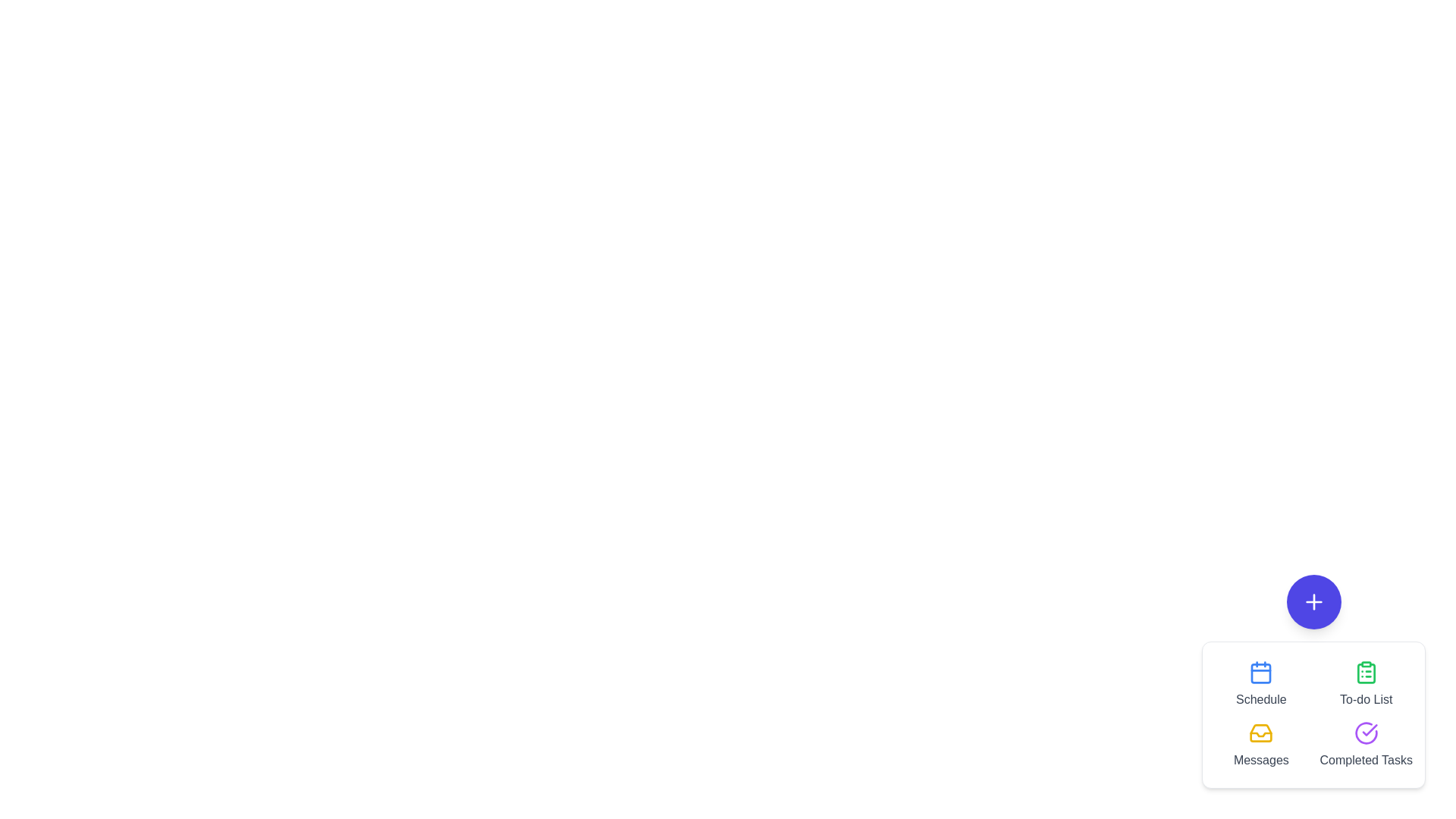 This screenshot has height=819, width=1456. Describe the element at coordinates (1261, 745) in the screenshot. I see `the 'Messages' button to select it` at that location.